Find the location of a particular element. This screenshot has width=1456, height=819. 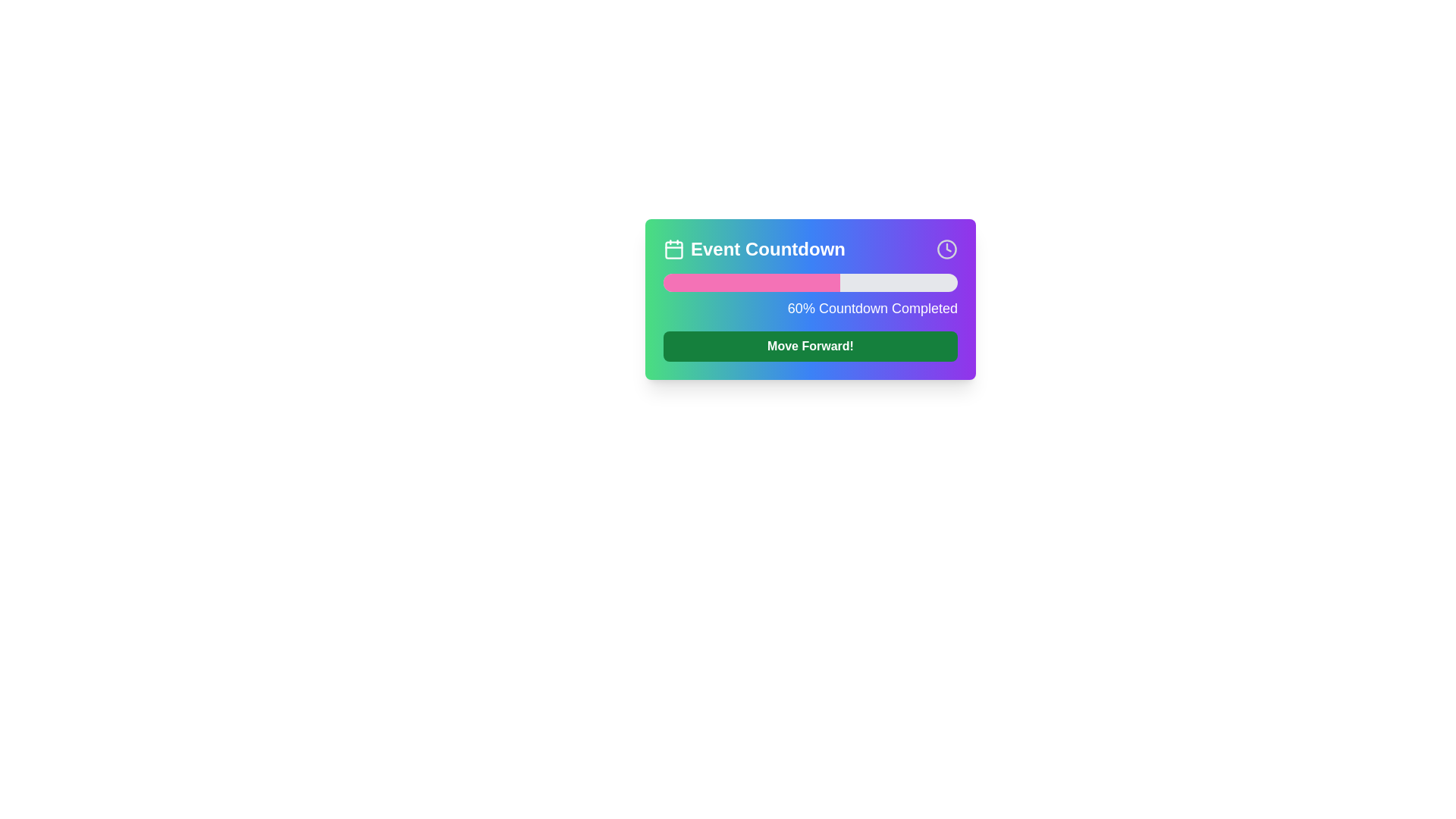

the 'Event Countdown' text header, which is bold, white, and located at the top of a rectangular card, positioned between a calendar icon and a clock icon is located at coordinates (754, 248).